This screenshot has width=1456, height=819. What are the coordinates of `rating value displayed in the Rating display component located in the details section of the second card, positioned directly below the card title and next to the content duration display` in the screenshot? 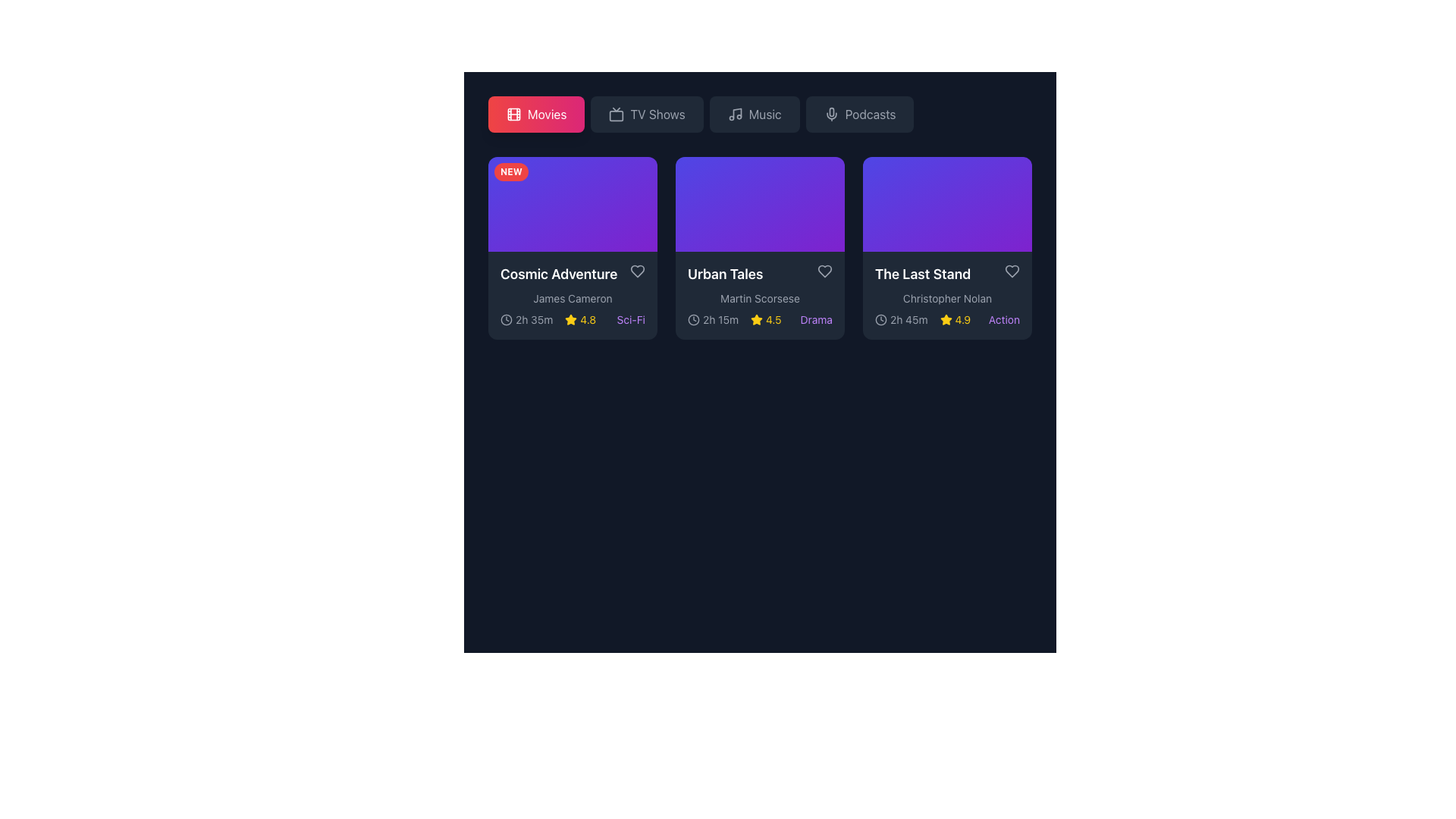 It's located at (766, 319).